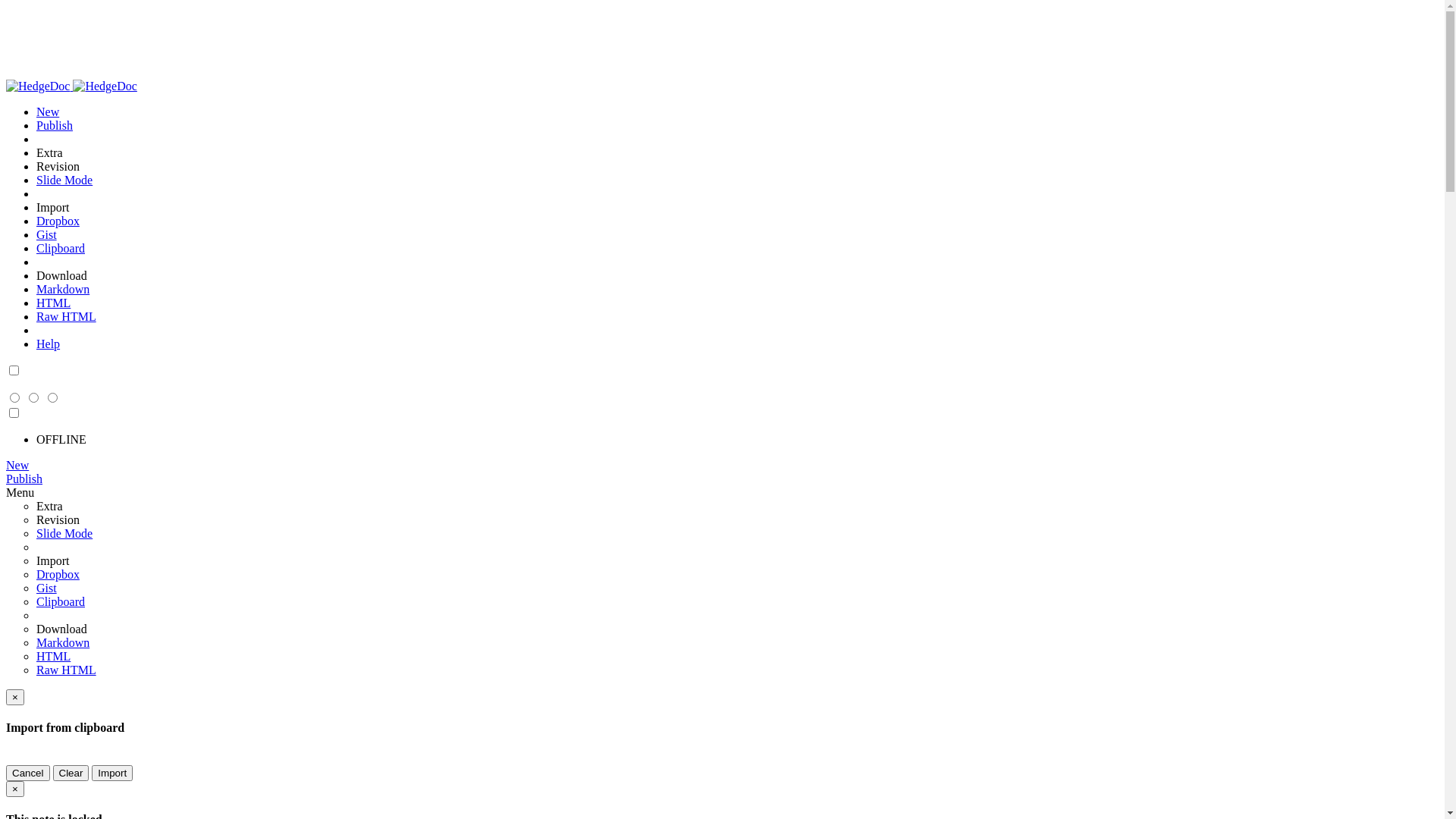 This screenshot has width=1456, height=819. Describe the element at coordinates (55, 124) in the screenshot. I see `'Publish'` at that location.